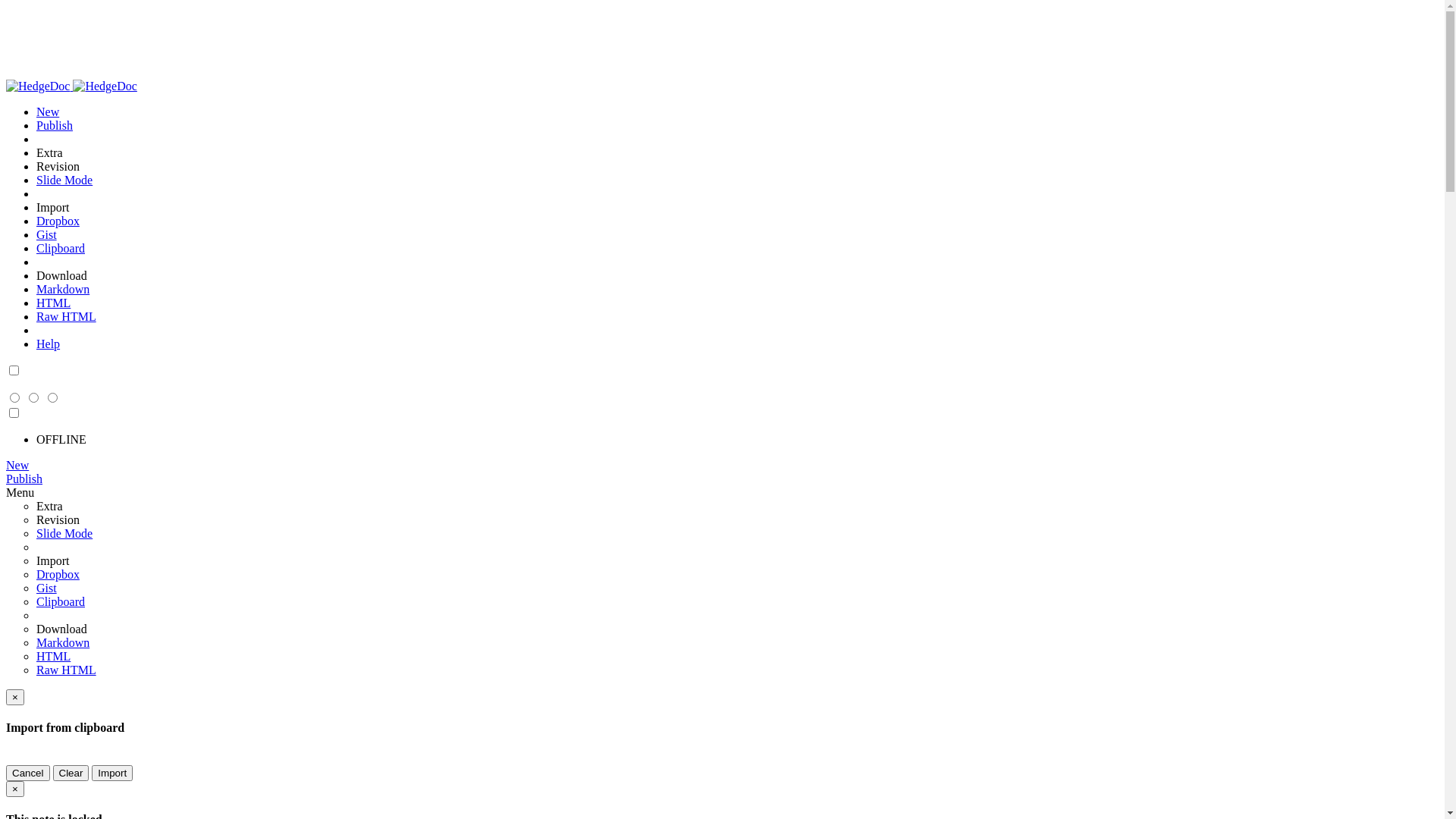 This screenshot has width=1456, height=819. Describe the element at coordinates (55, 124) in the screenshot. I see `'Publish'` at that location.